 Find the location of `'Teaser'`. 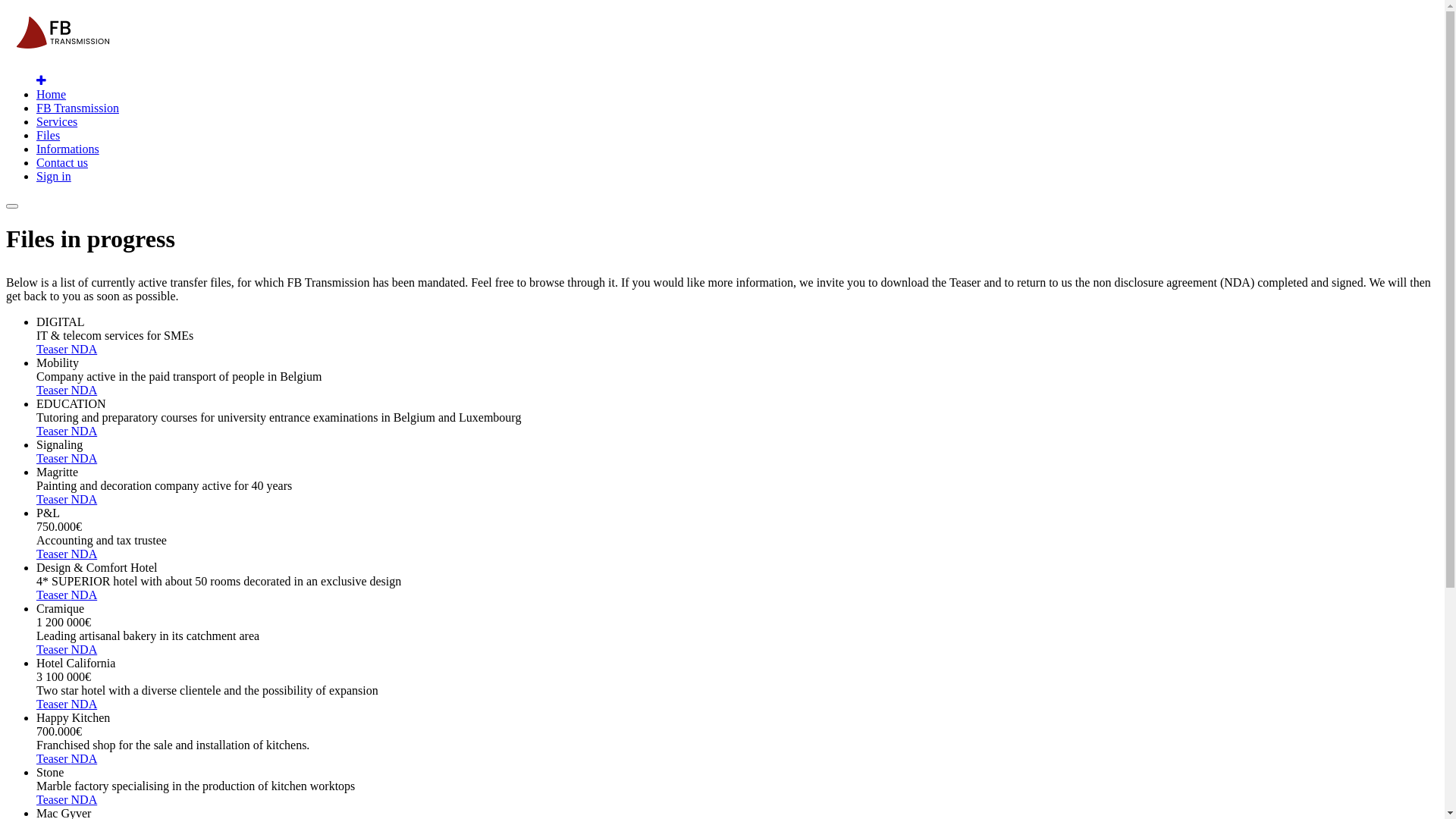

'Teaser' is located at coordinates (54, 758).